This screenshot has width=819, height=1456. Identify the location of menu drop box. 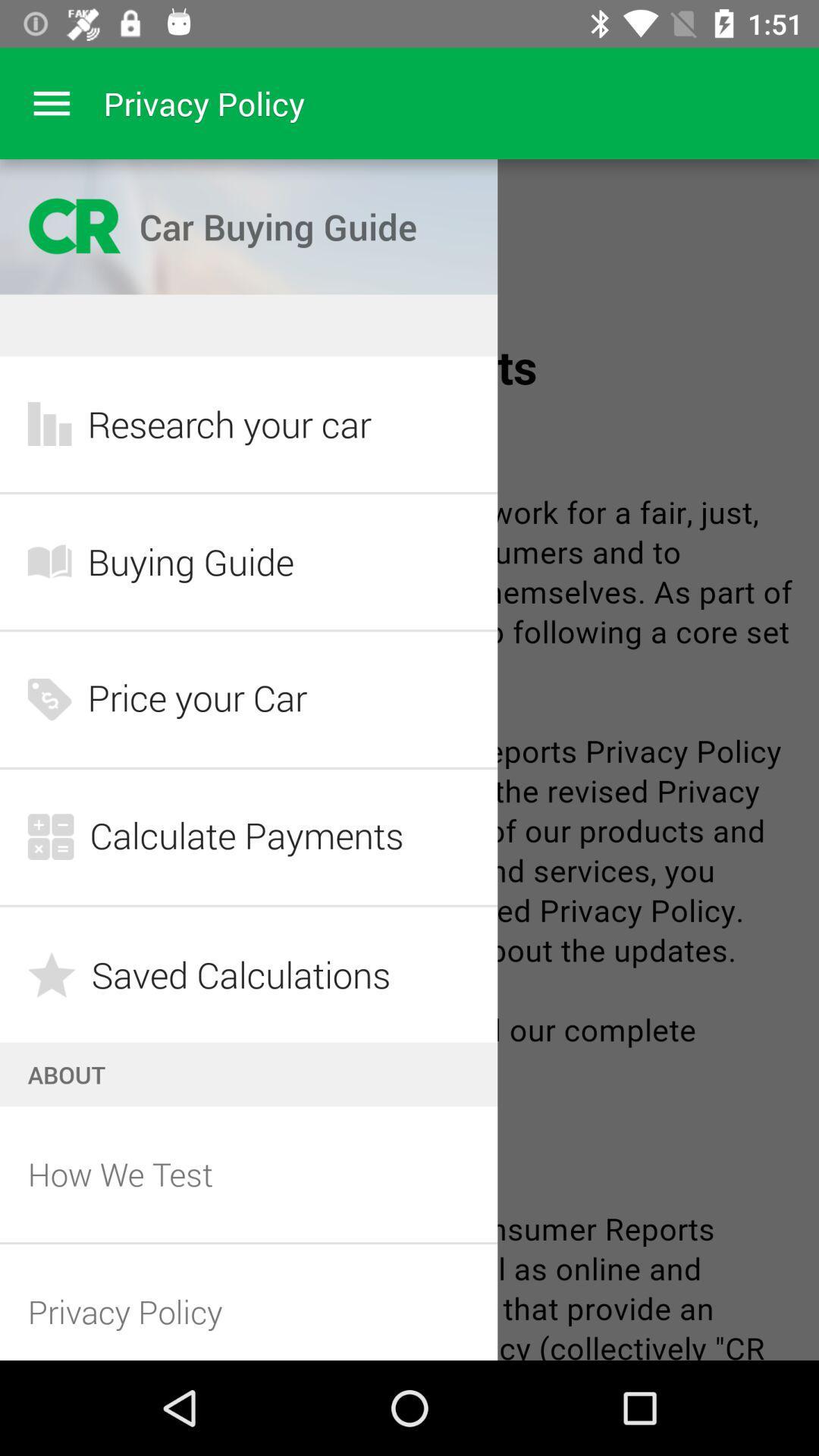
(51, 102).